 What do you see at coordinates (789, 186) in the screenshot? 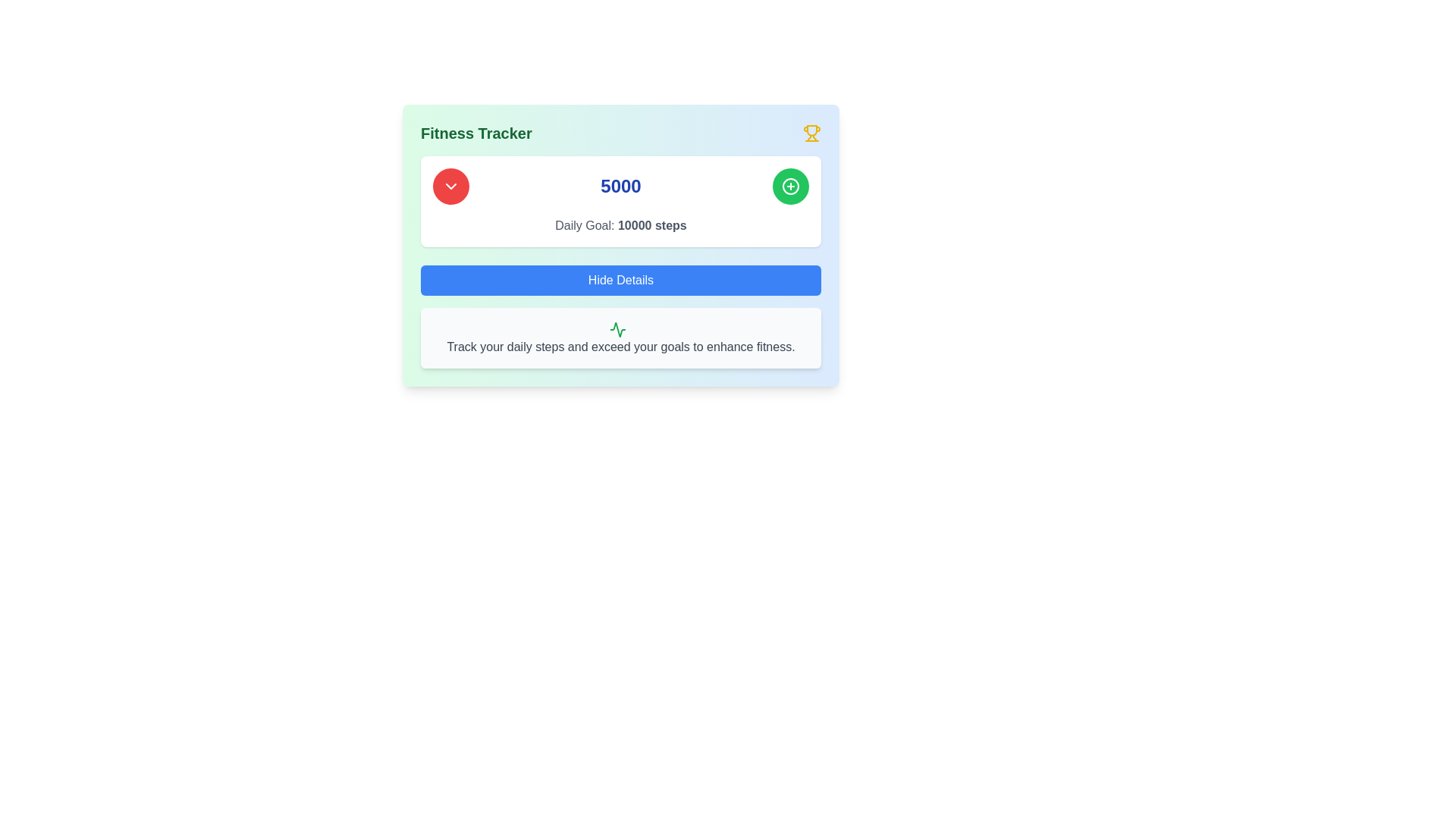
I see `the circular icon button with a green background and a white plus symbol located in the top-right section of the fitness tracker card` at bounding box center [789, 186].